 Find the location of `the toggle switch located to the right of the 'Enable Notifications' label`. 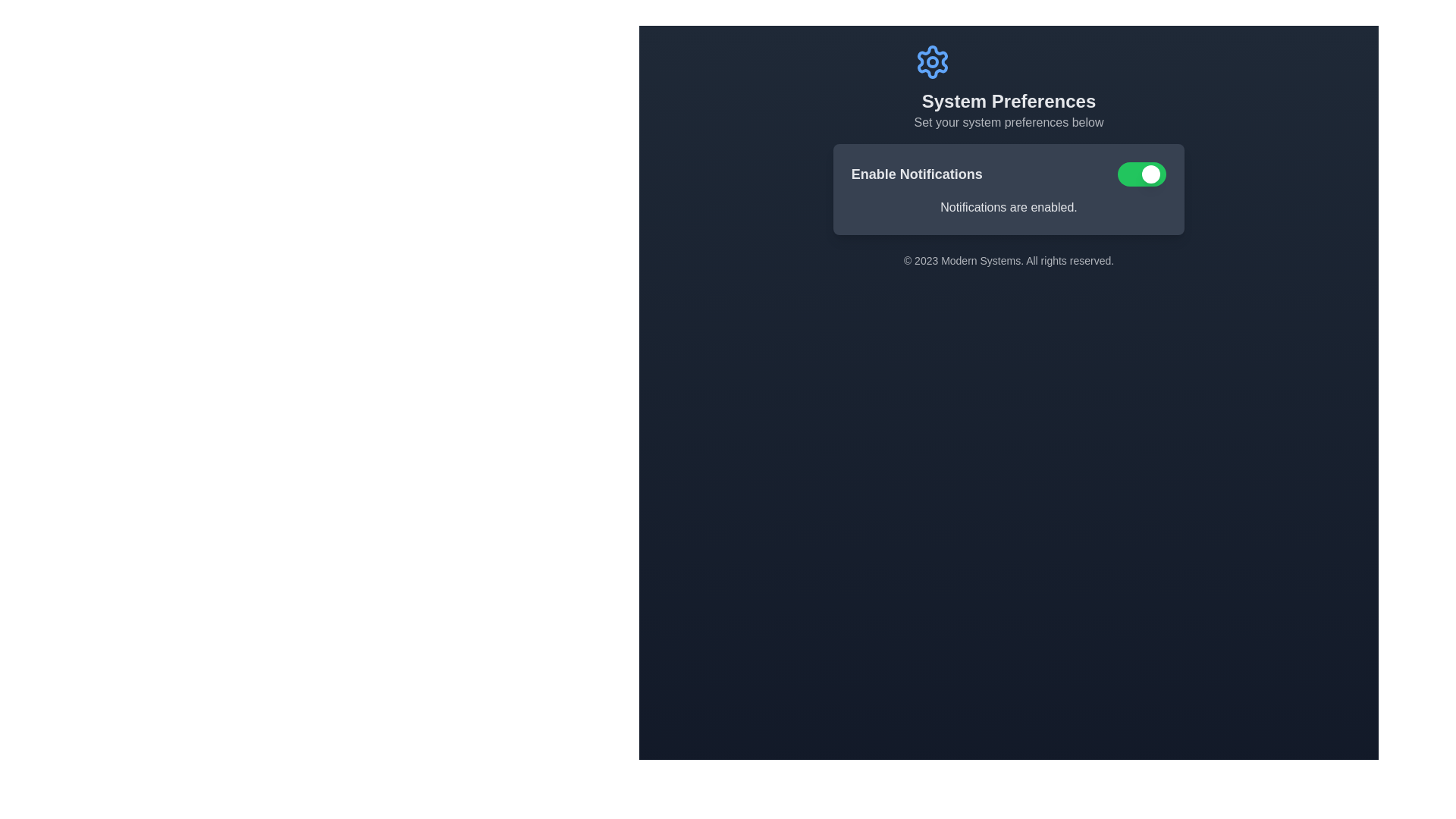

the toggle switch located to the right of the 'Enable Notifications' label is located at coordinates (1142, 174).